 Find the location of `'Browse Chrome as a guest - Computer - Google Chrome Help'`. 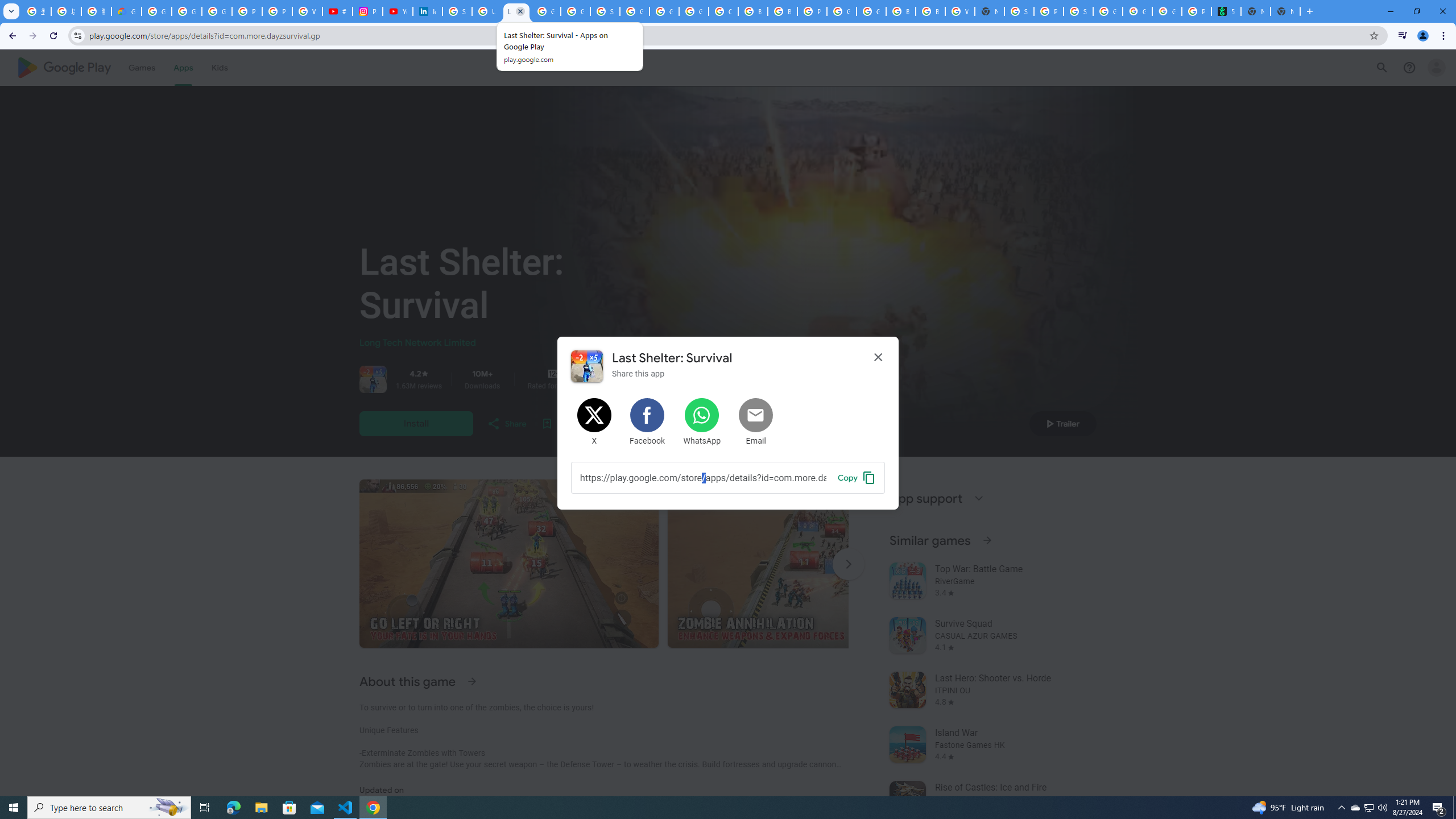

'Browse Chrome as a guest - Computer - Google Chrome Help' is located at coordinates (753, 11).